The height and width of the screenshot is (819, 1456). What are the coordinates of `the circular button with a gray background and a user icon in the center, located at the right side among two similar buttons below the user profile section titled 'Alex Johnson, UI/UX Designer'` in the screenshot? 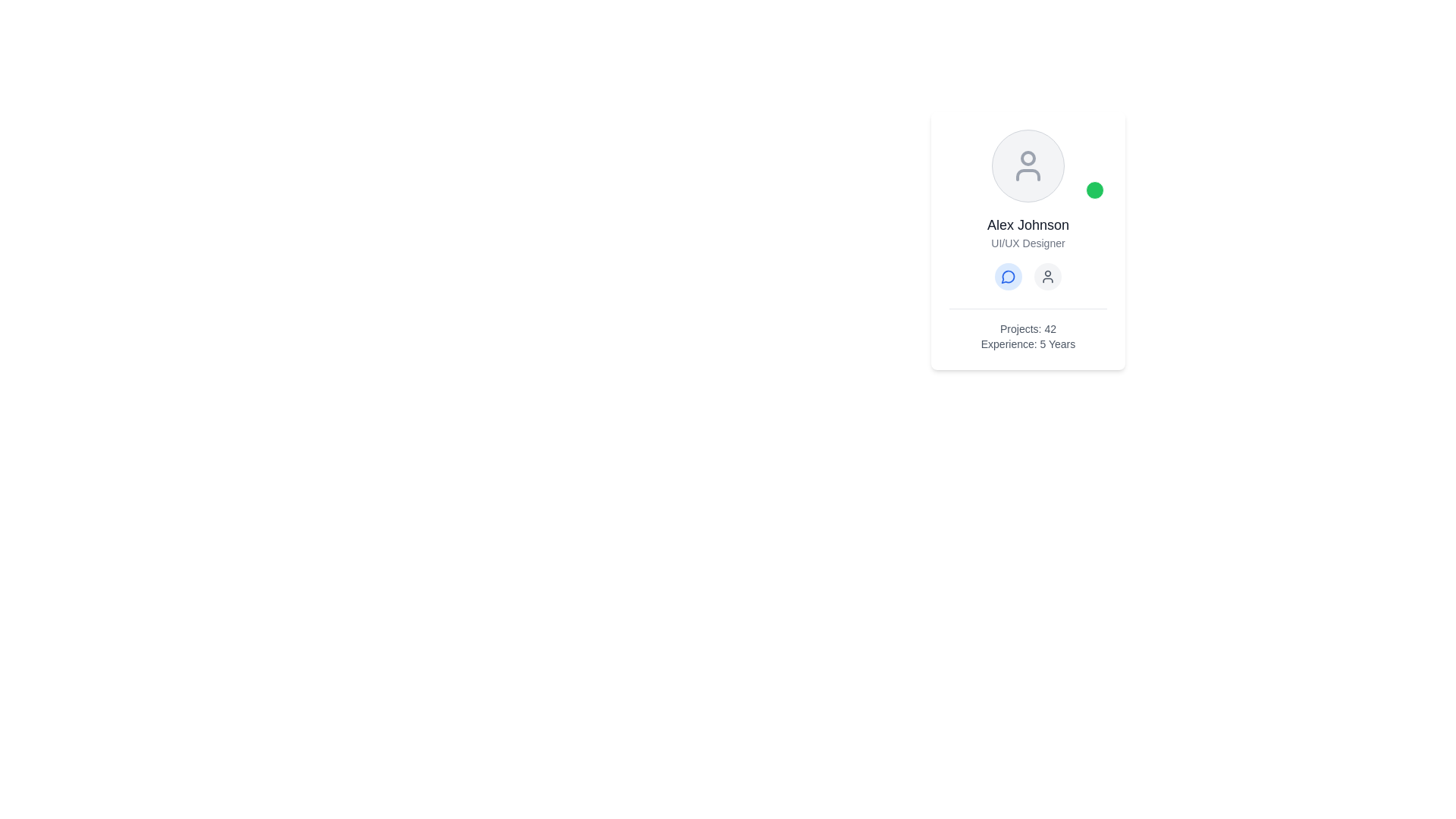 It's located at (1047, 277).